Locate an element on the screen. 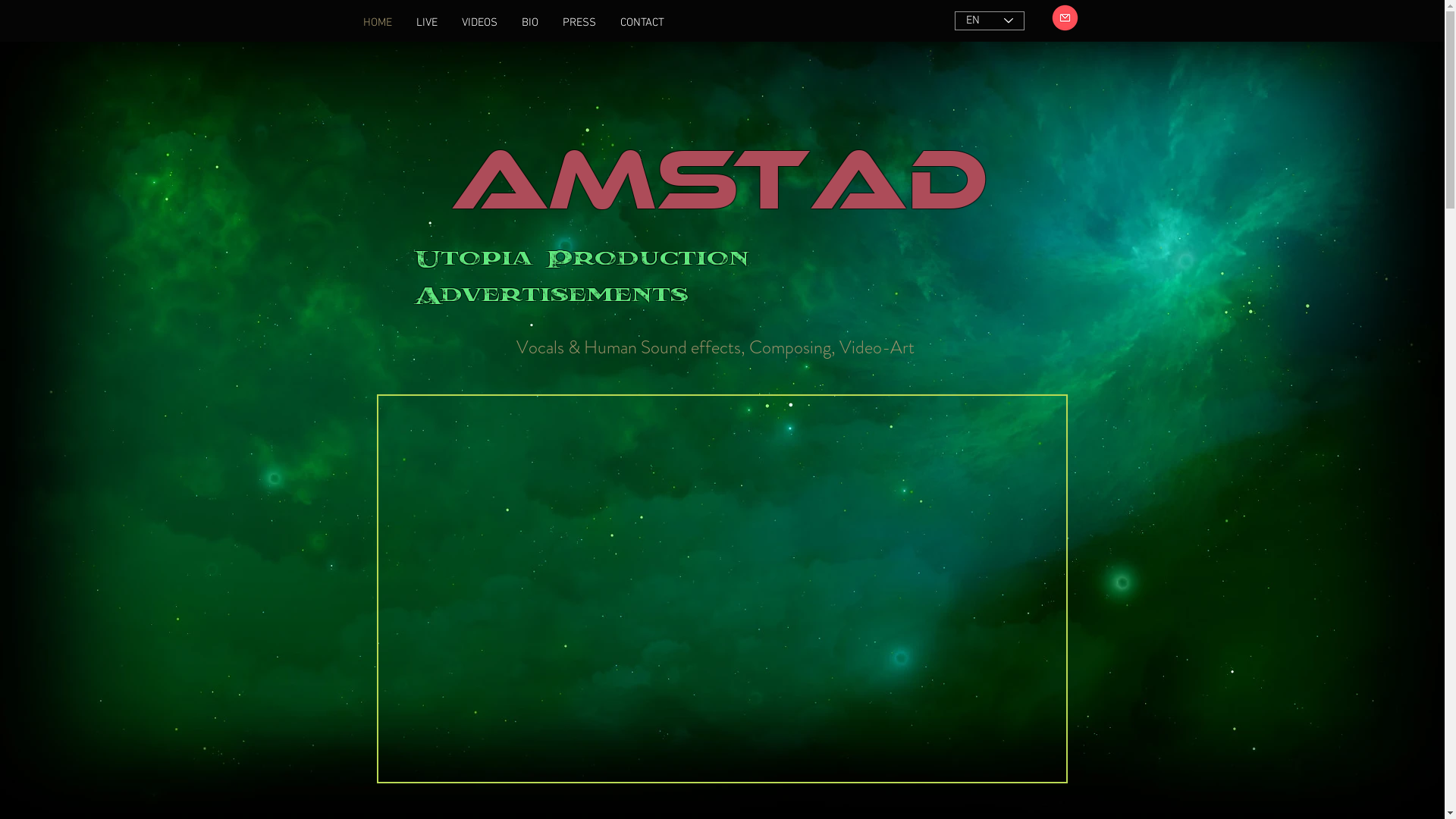  'HOME' is located at coordinates (377, 23).